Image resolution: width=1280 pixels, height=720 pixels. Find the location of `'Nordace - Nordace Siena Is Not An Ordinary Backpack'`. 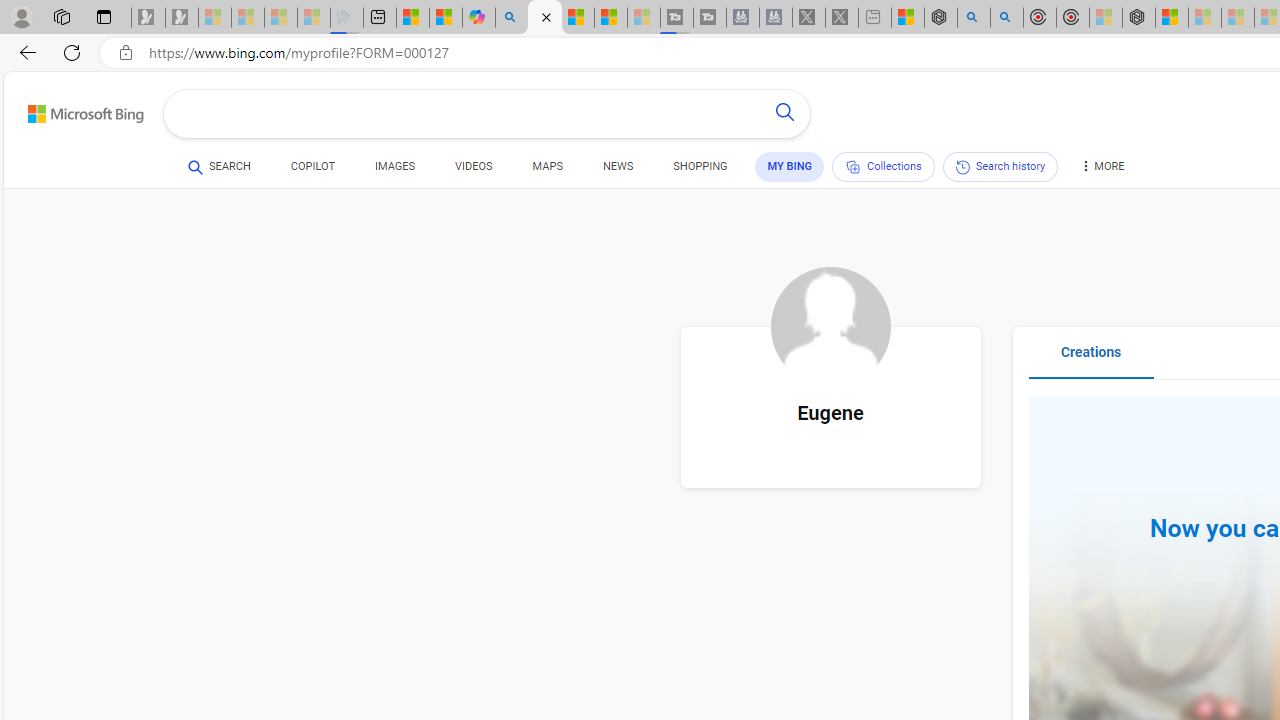

'Nordace - Nordace Siena Is Not An Ordinary Backpack' is located at coordinates (1138, 17).